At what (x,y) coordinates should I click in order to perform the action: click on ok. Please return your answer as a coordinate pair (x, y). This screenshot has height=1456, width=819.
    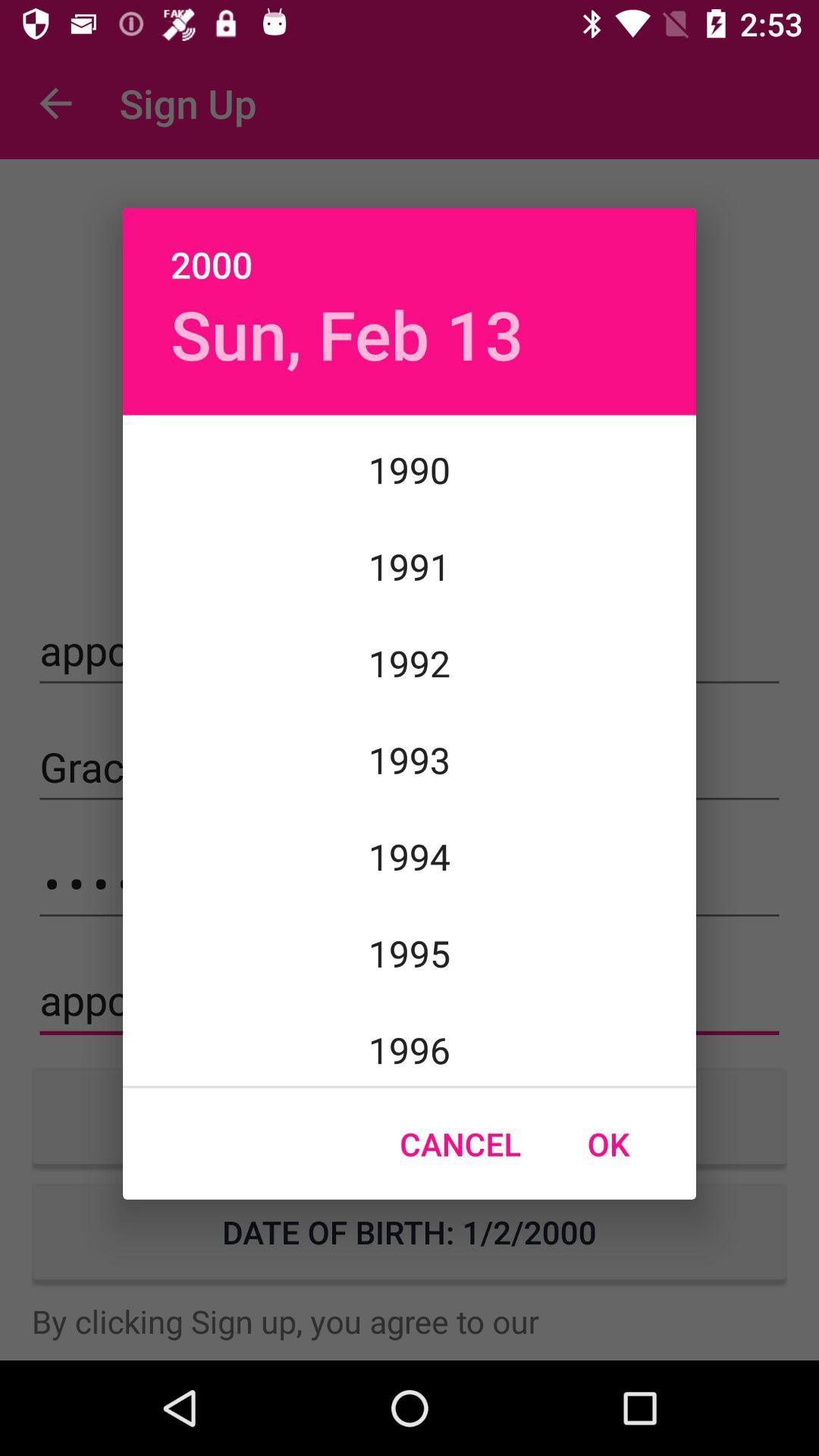
    Looking at the image, I should click on (607, 1144).